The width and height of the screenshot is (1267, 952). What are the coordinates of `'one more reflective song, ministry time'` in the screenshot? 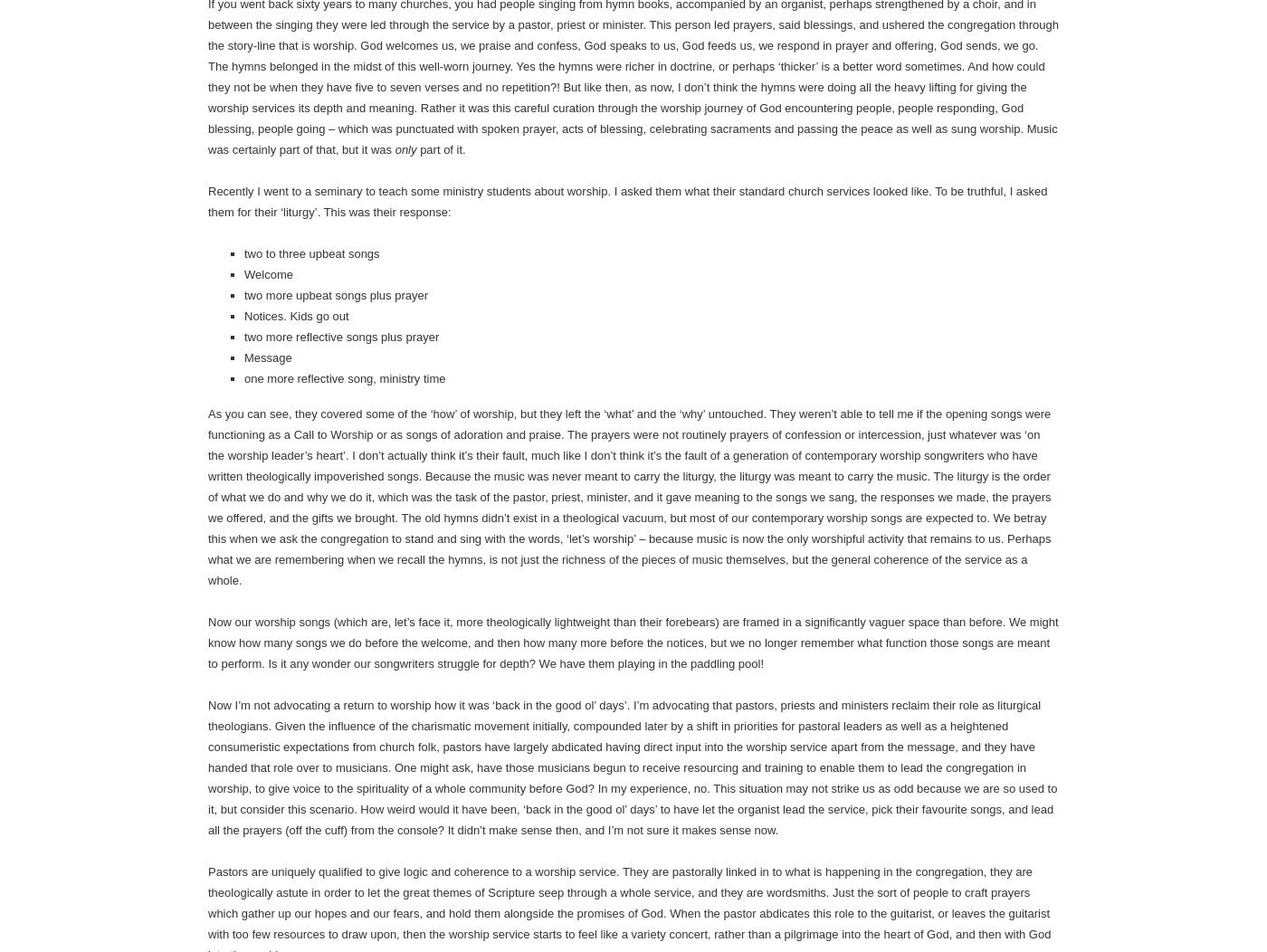 It's located at (343, 377).